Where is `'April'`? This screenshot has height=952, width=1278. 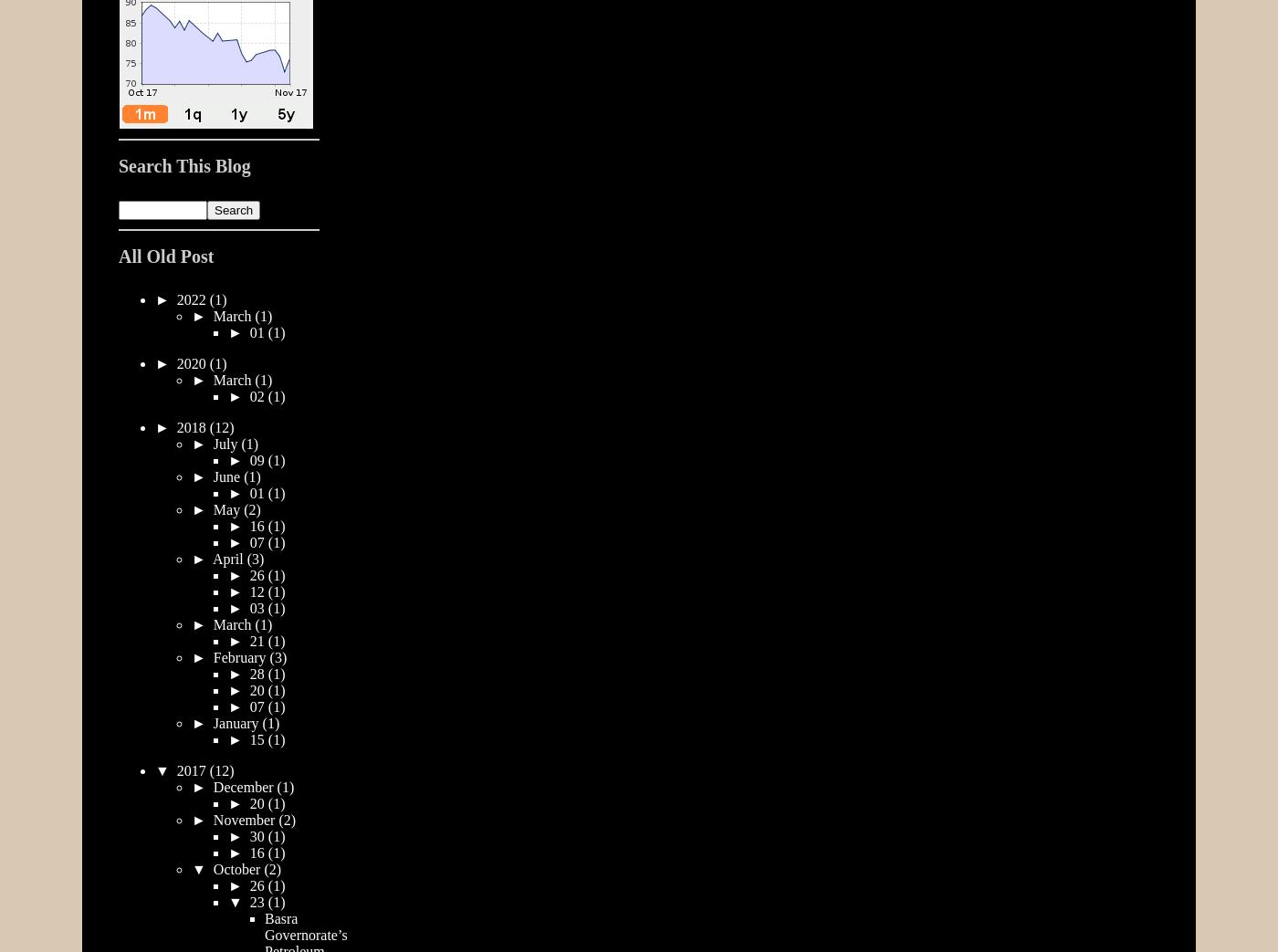 'April' is located at coordinates (229, 557).